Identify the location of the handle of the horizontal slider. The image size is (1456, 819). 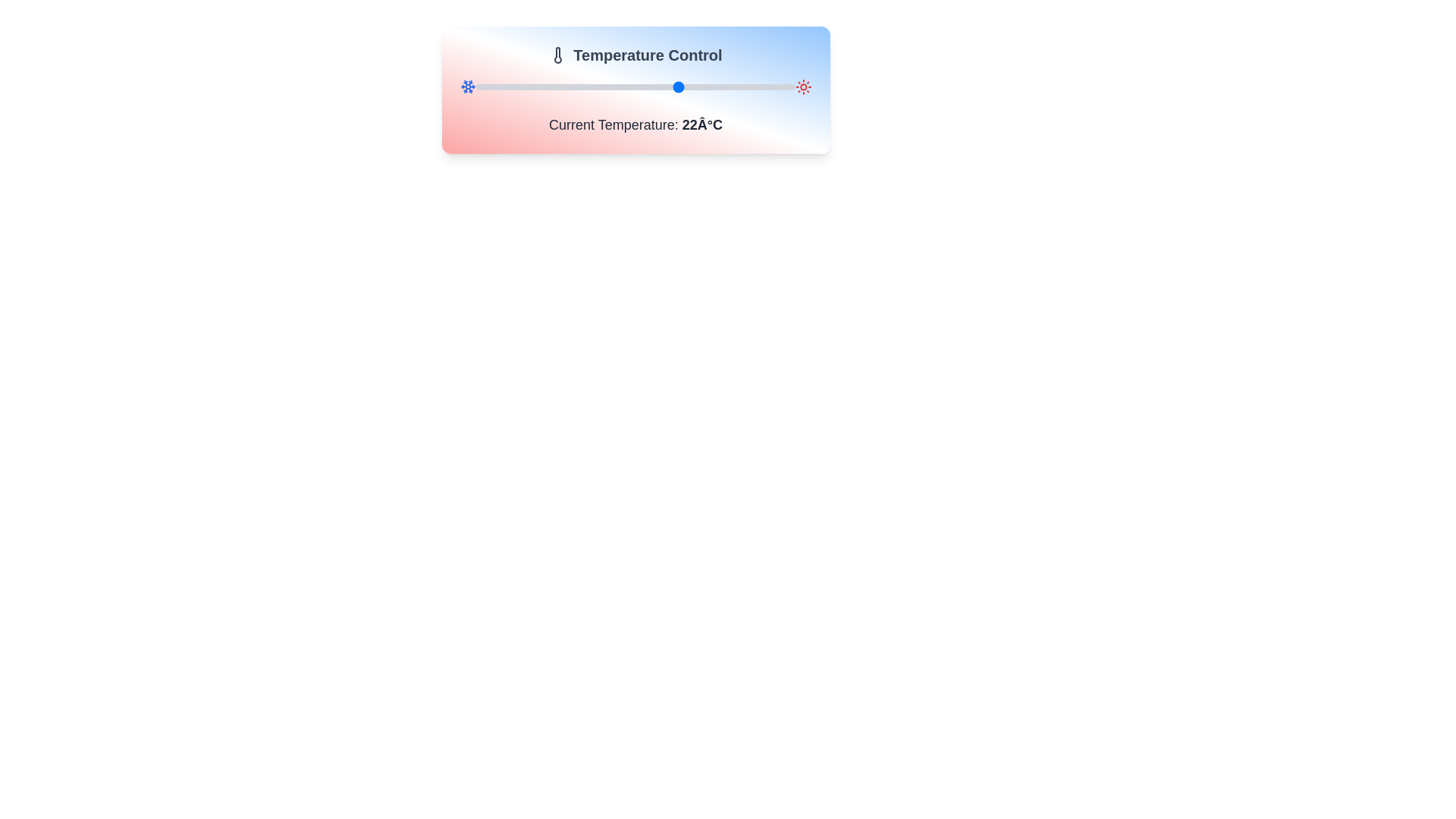
(635, 87).